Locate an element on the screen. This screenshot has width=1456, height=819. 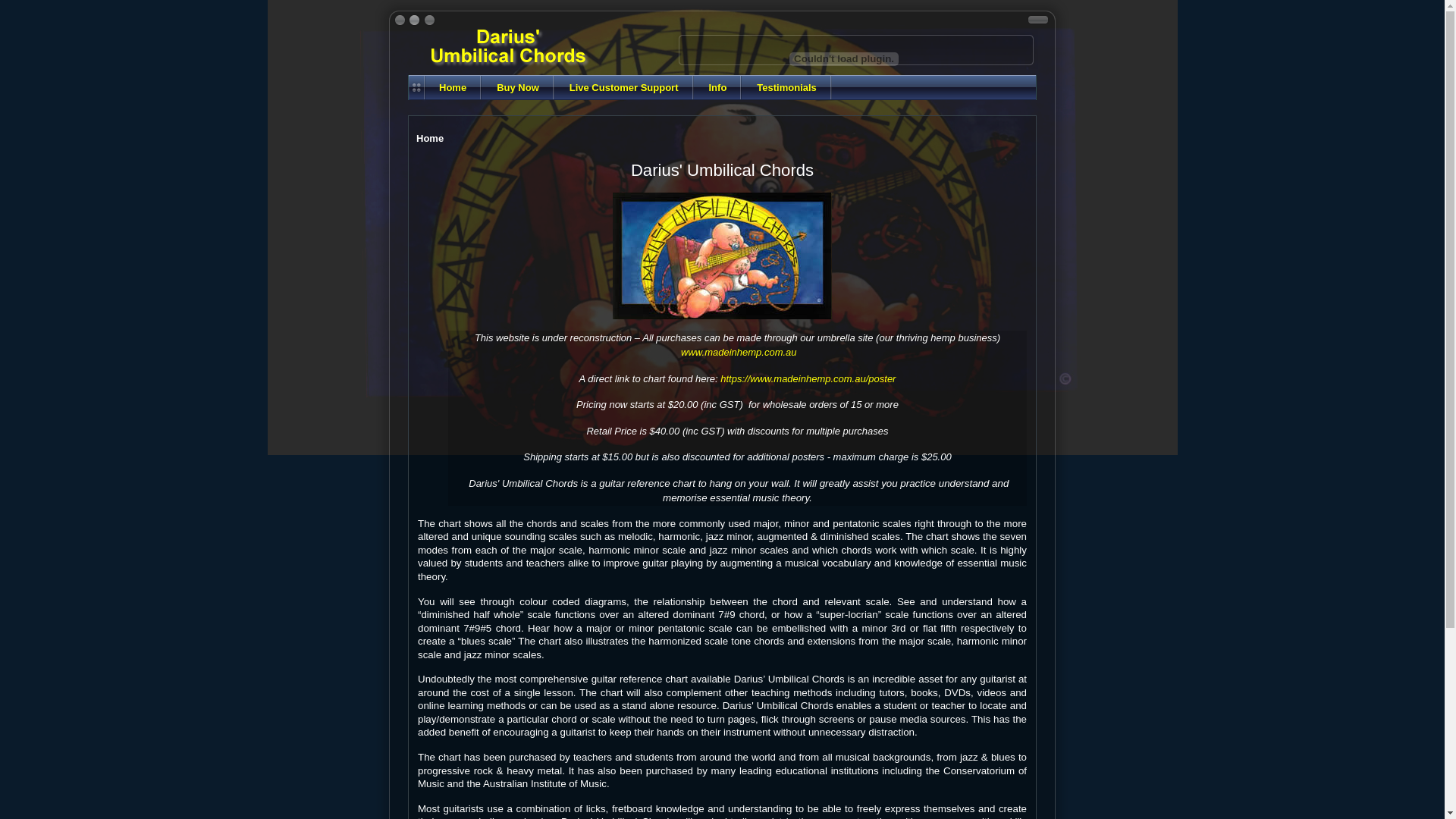
'Live Customer Support' is located at coordinates (623, 87).